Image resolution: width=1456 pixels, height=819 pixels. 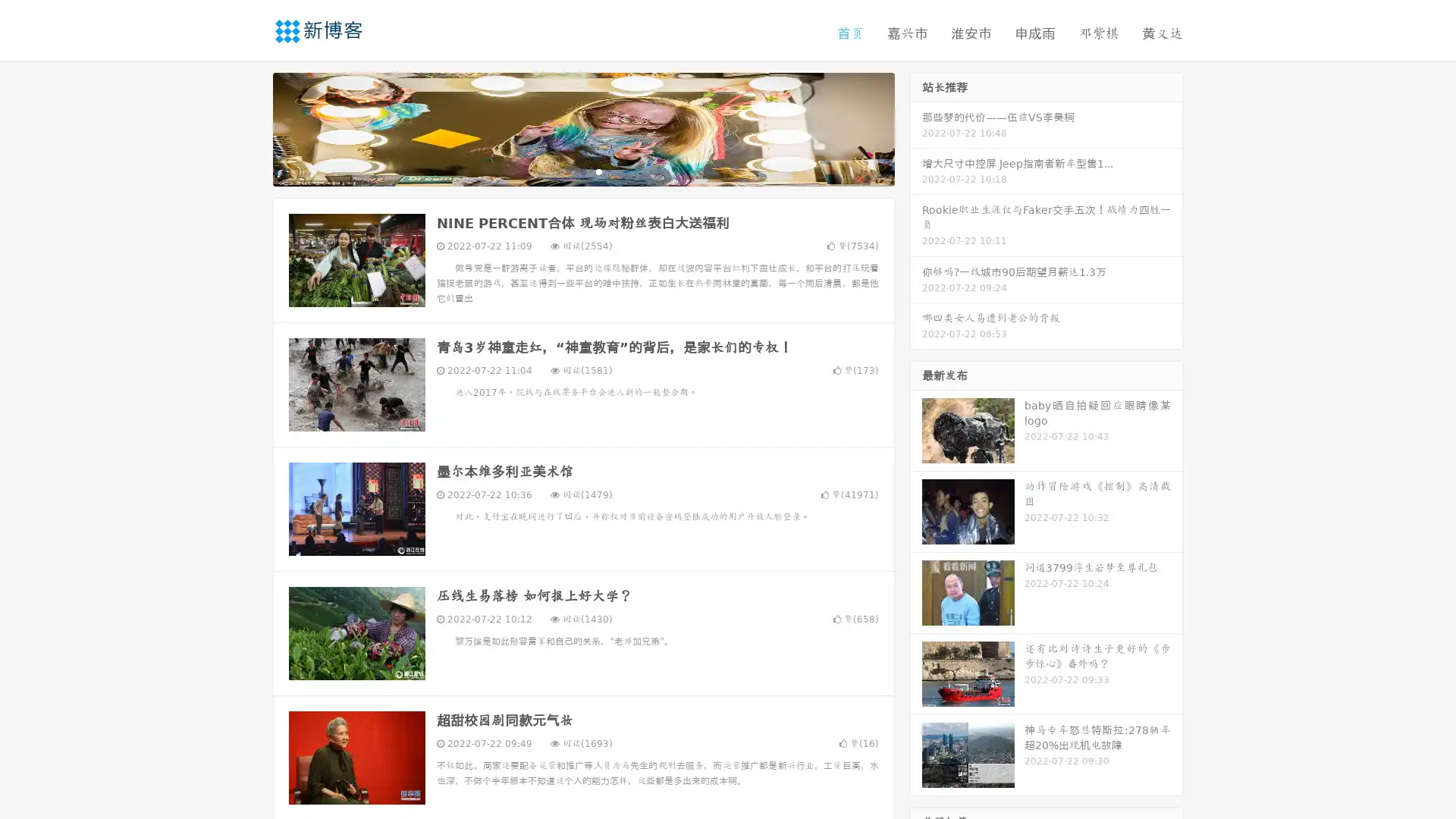 I want to click on Go to slide 2, so click(x=582, y=171).